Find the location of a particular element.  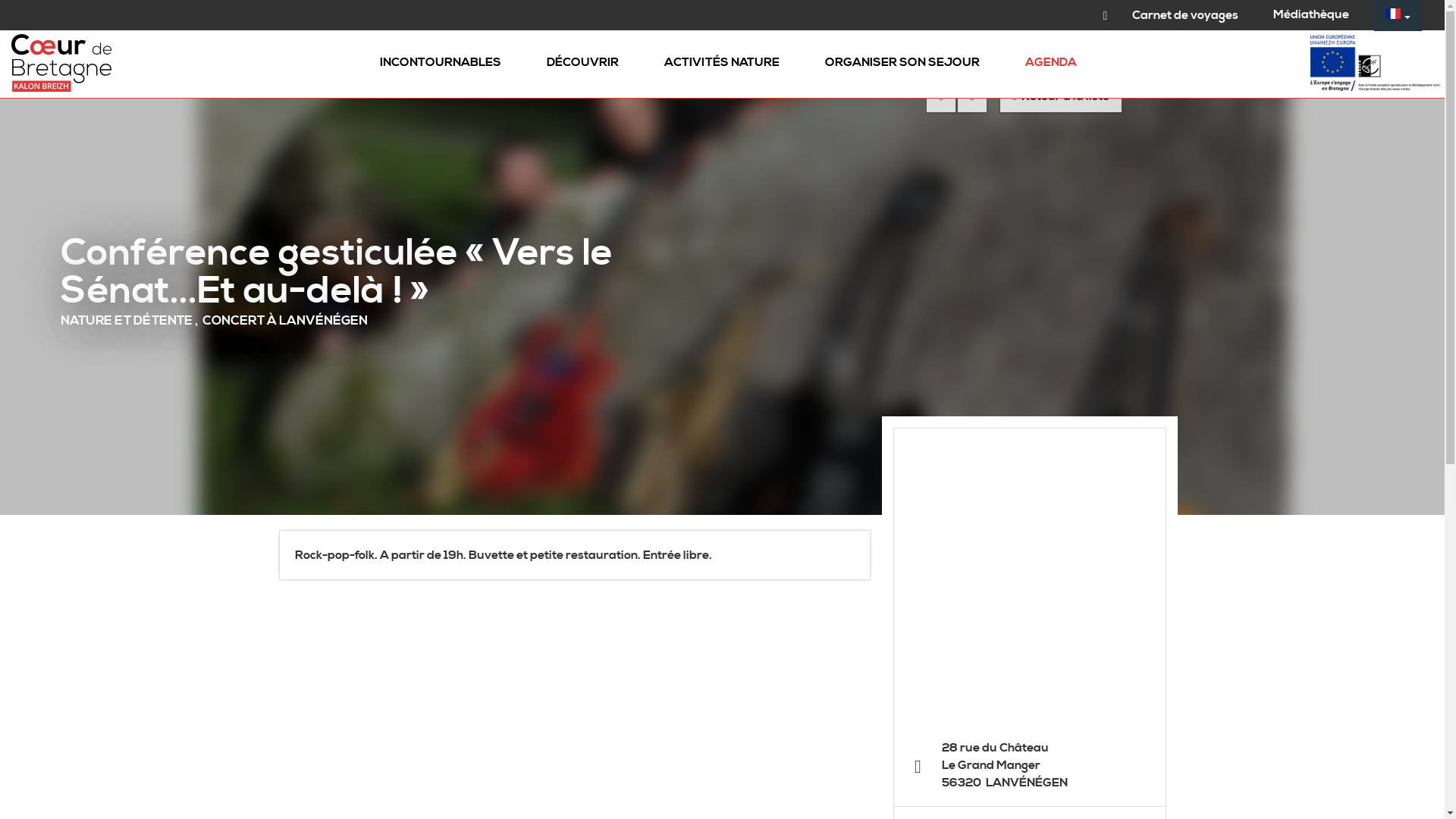

'INCONTOURNABLES' is located at coordinates (439, 63).